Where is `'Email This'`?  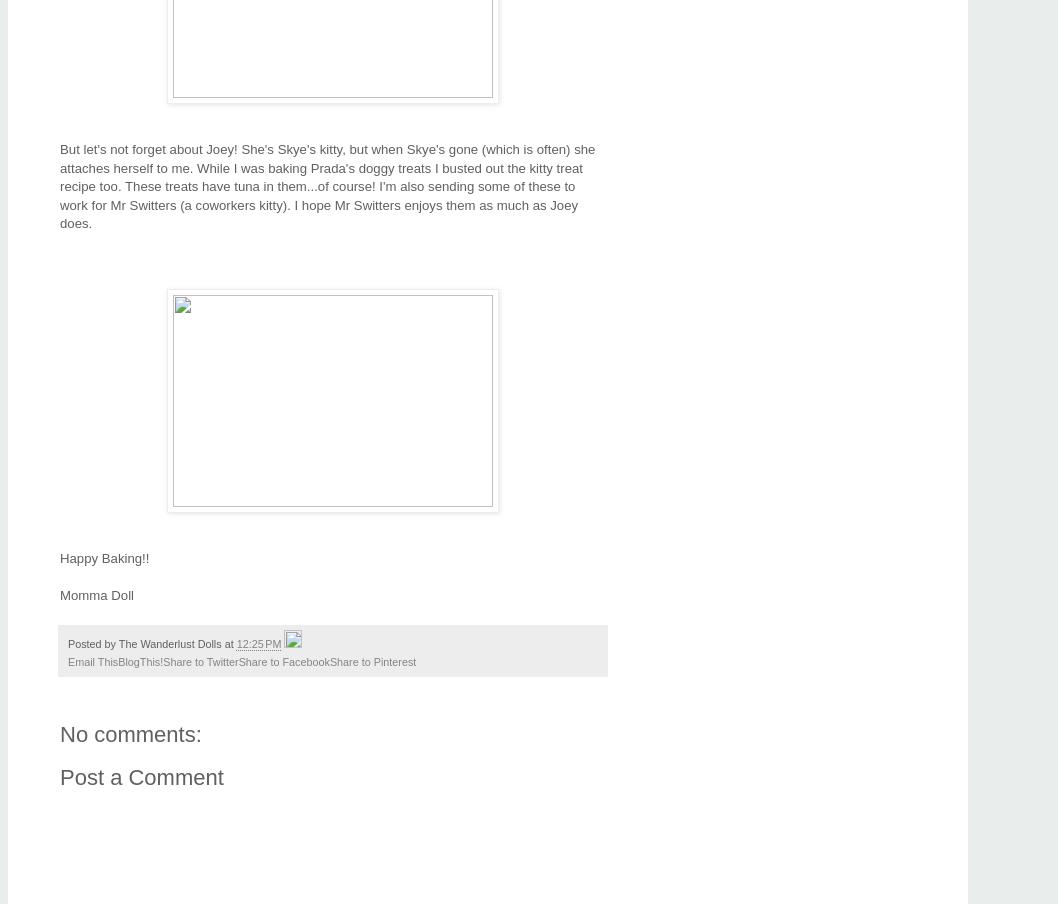 'Email This' is located at coordinates (91, 661).